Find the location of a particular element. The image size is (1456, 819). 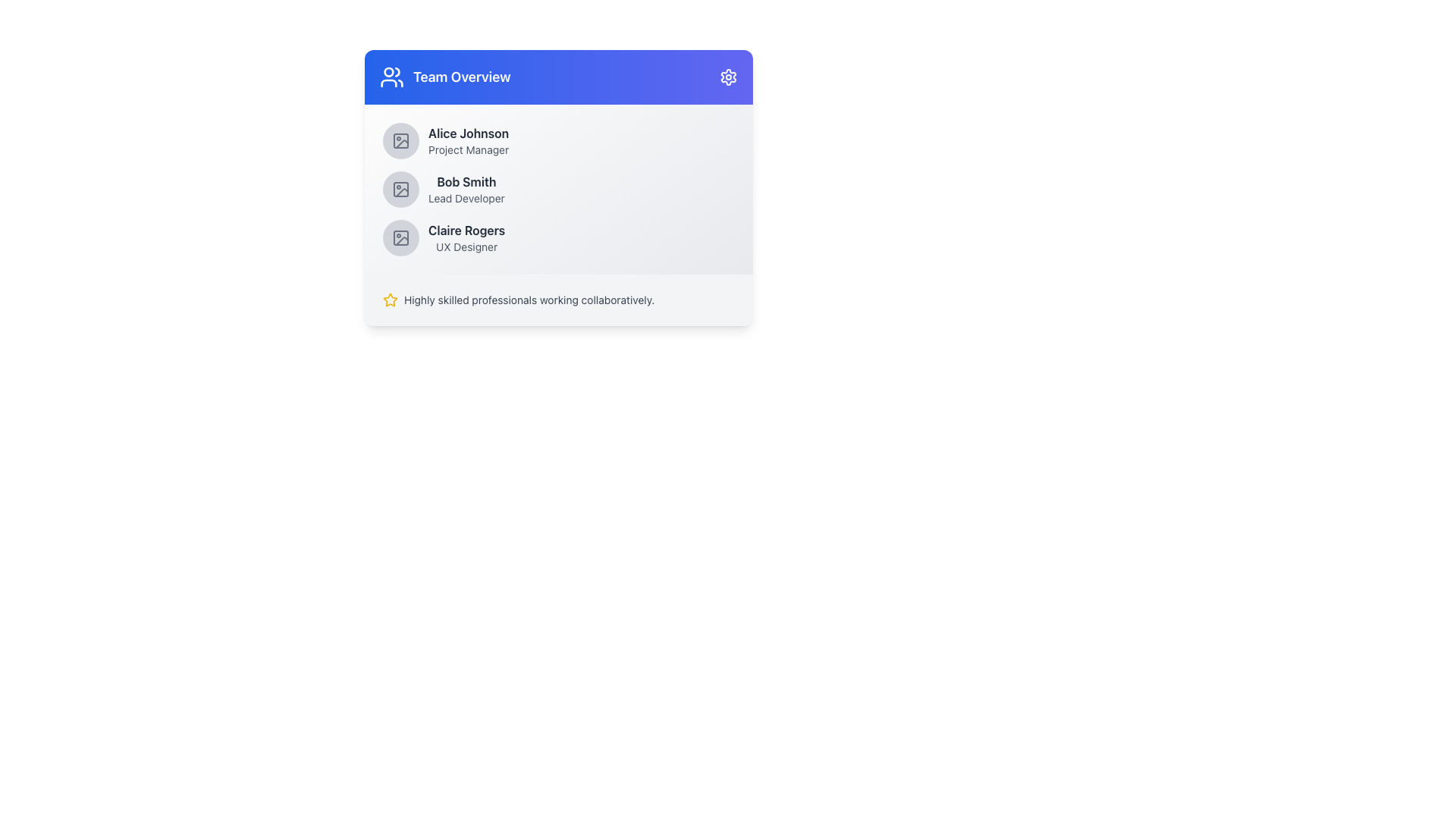

information displayed in the text block showcasing the name and occupation of the third team member in the team overview card is located at coordinates (466, 237).